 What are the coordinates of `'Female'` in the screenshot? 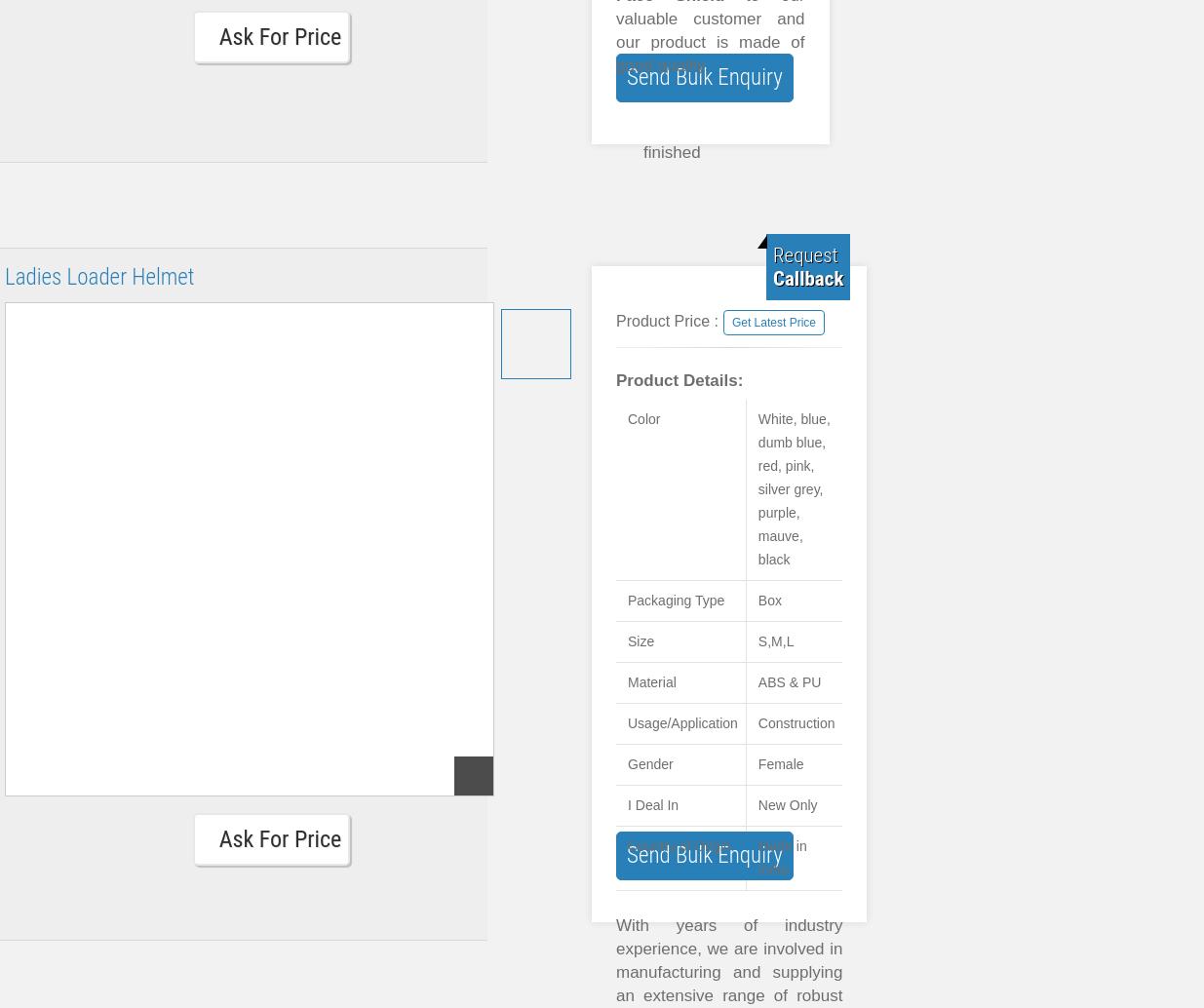 It's located at (757, 762).